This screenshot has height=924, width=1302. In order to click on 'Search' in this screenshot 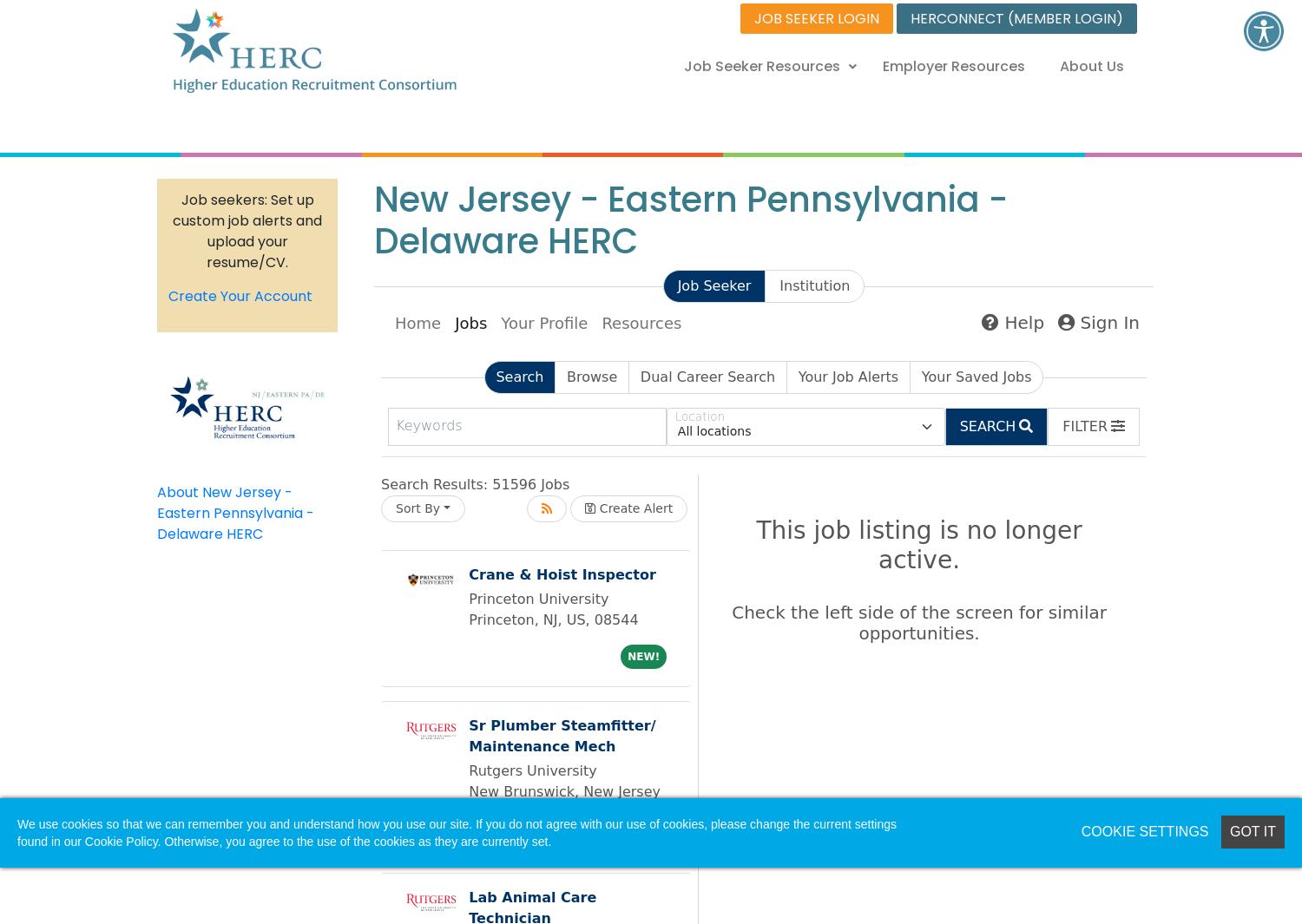, I will do `click(518, 376)`.